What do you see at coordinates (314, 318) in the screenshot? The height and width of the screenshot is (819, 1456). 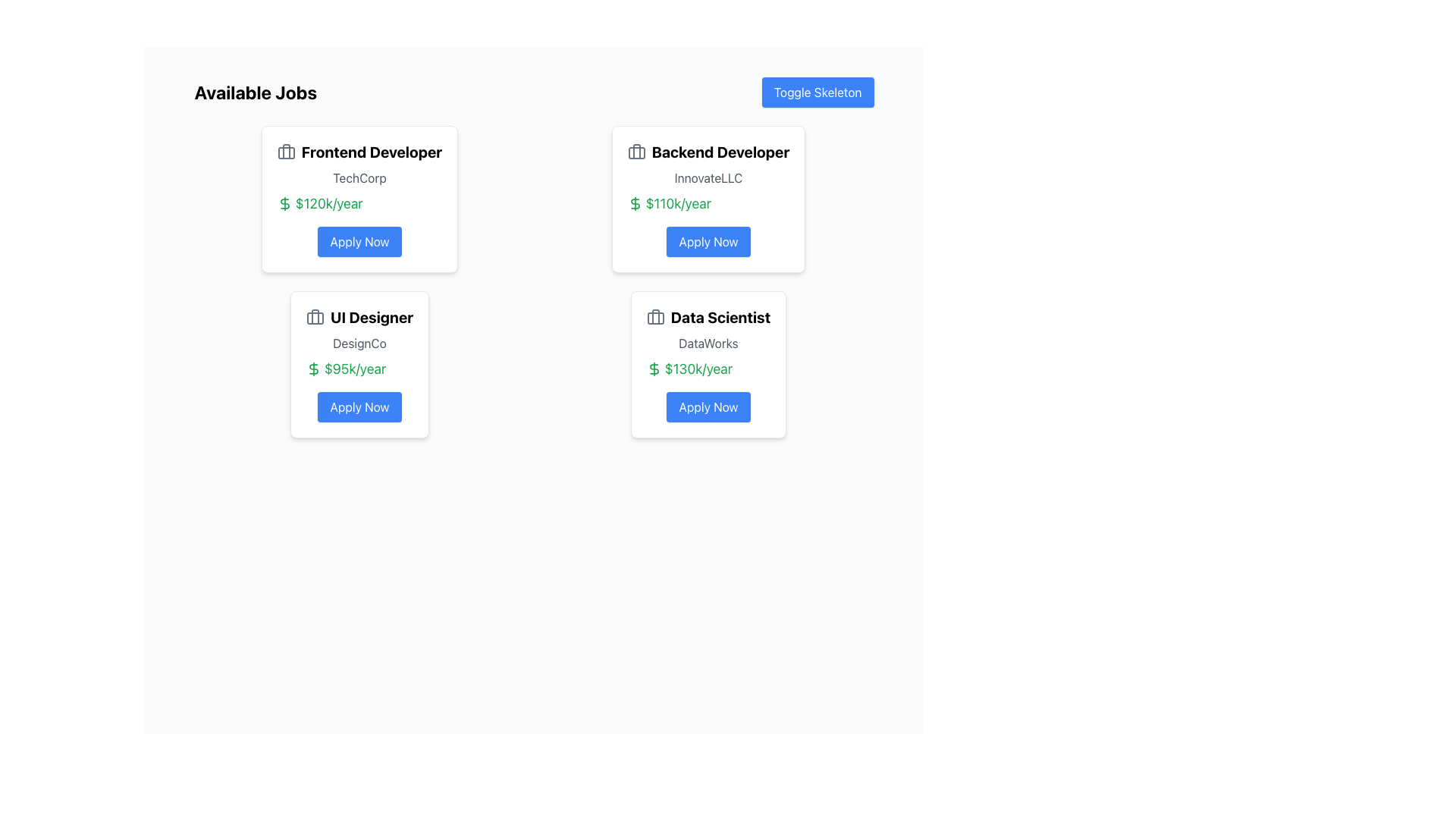 I see `the body of the briefcase icon within the second job tile labeled 'UI Designer' in the overview of available jobs` at bounding box center [314, 318].